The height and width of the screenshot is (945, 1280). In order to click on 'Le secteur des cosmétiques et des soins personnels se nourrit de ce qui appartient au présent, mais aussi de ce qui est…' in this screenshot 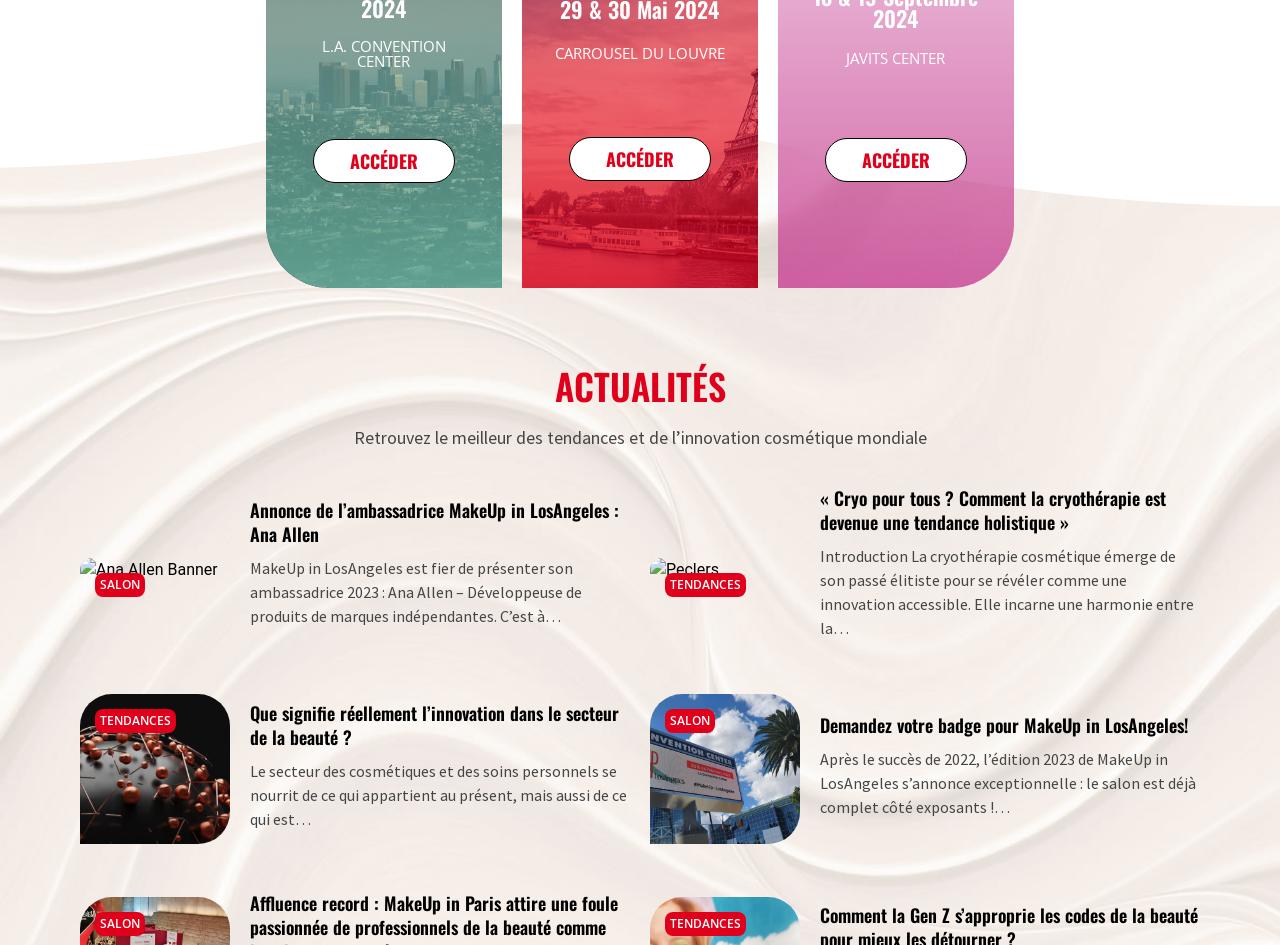, I will do `click(437, 792)`.